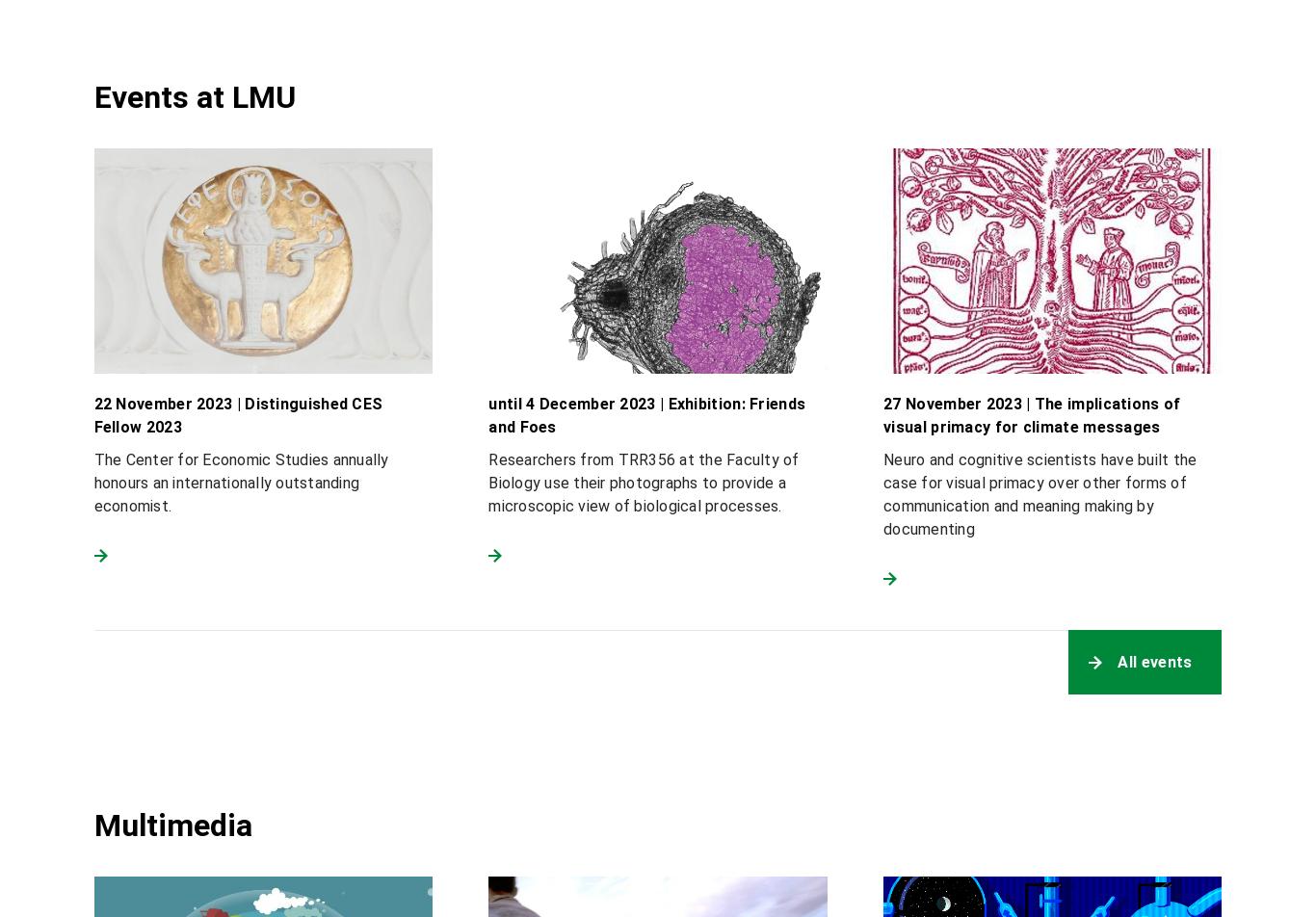  I want to click on 'Events at LMU', so click(193, 95).